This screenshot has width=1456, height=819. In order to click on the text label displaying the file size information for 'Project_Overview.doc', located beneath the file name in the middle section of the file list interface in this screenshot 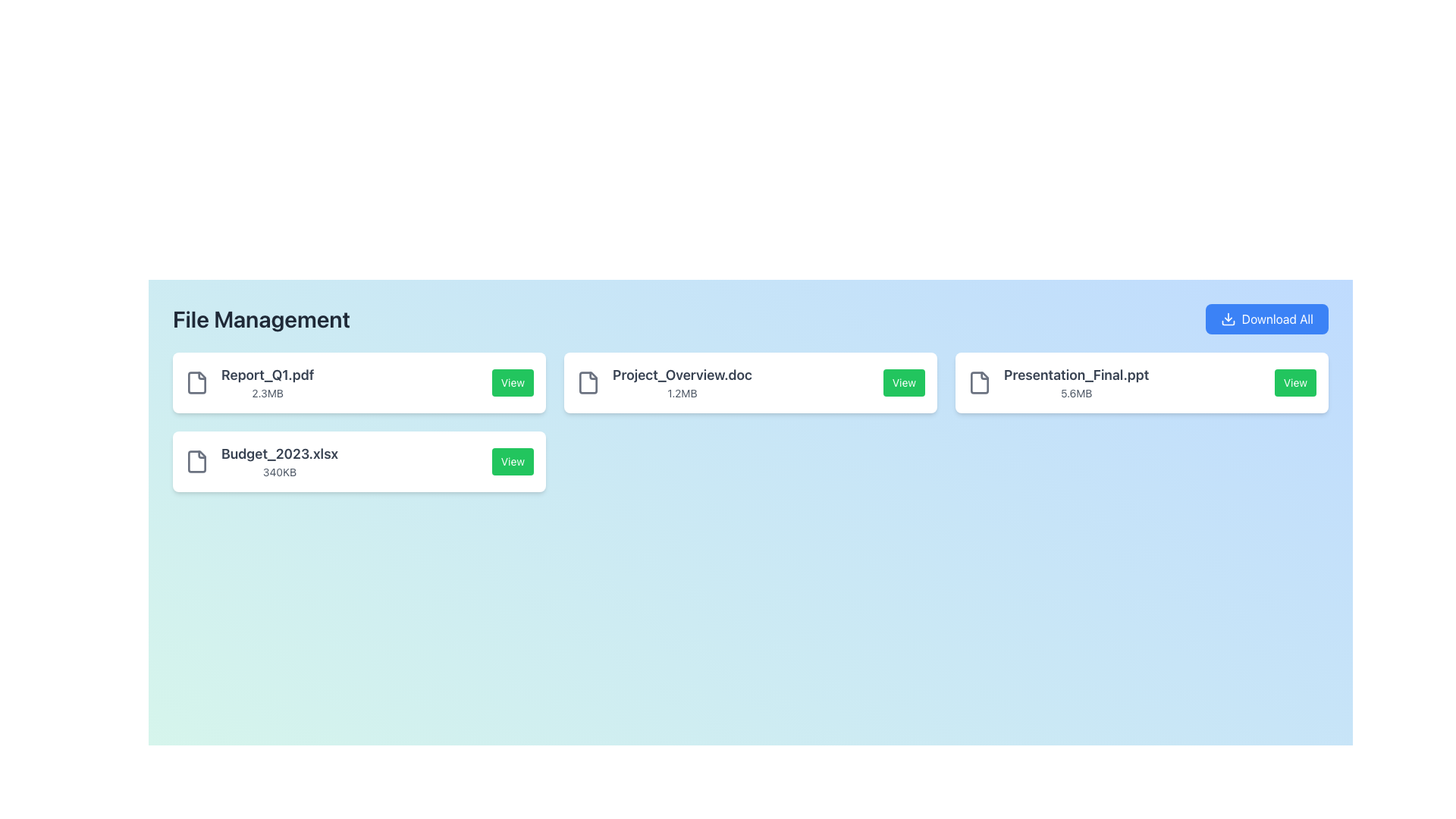, I will do `click(681, 393)`.